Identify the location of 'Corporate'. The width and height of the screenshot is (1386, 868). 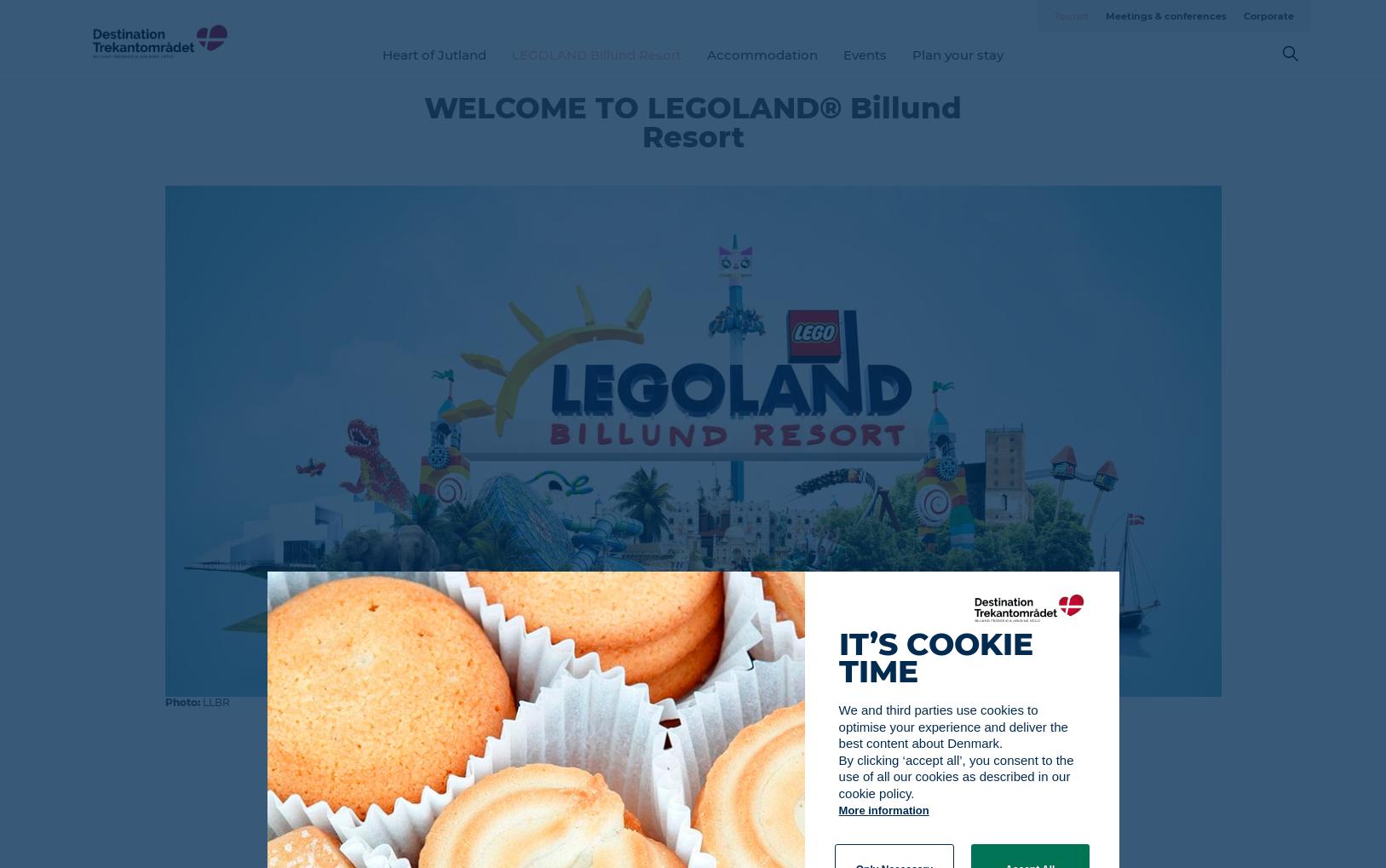
(1268, 14).